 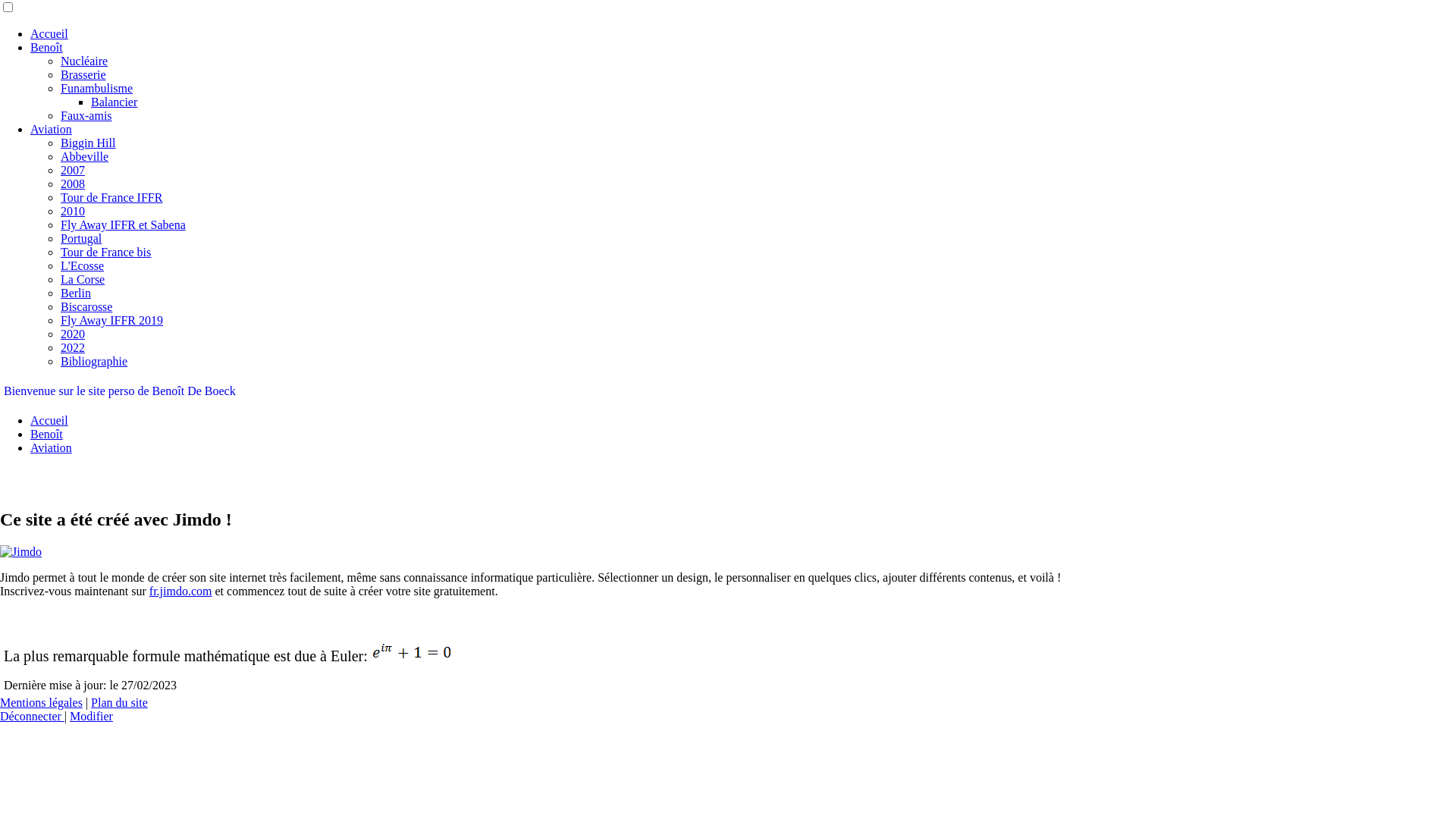 What do you see at coordinates (118, 702) in the screenshot?
I see `'Plan du site'` at bounding box center [118, 702].